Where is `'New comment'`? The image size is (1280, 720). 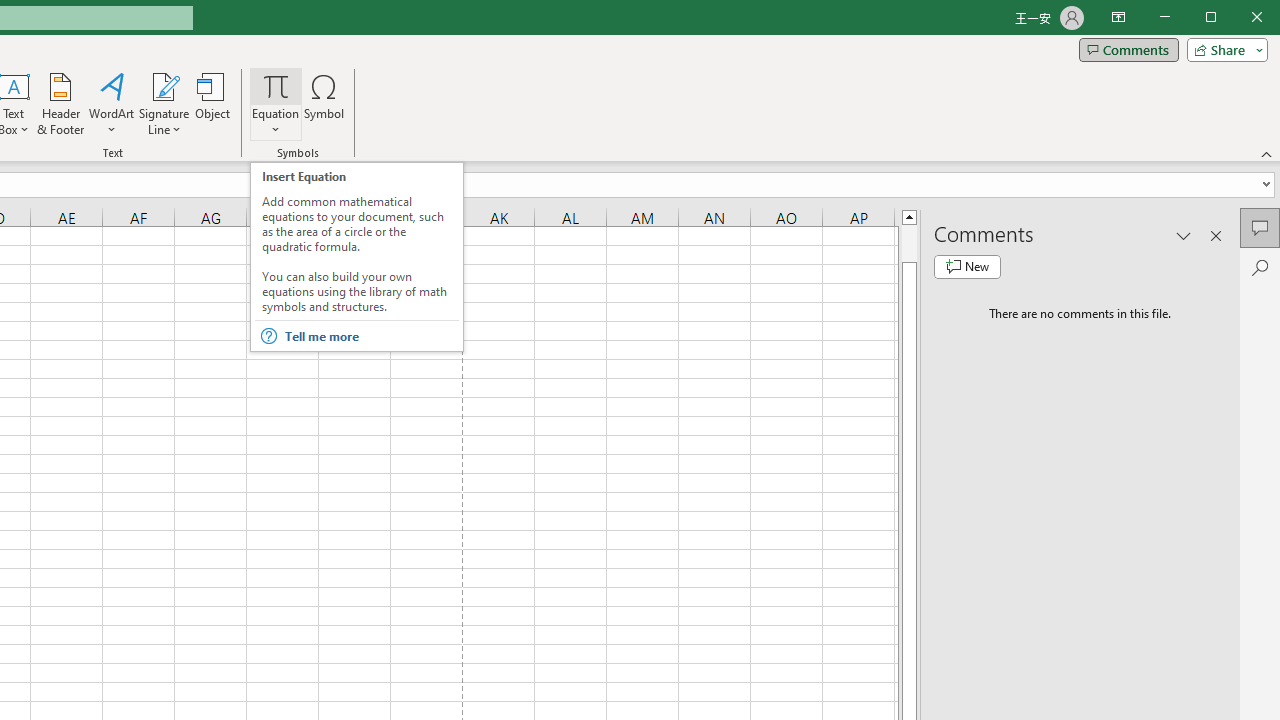 'New comment' is located at coordinates (967, 266).